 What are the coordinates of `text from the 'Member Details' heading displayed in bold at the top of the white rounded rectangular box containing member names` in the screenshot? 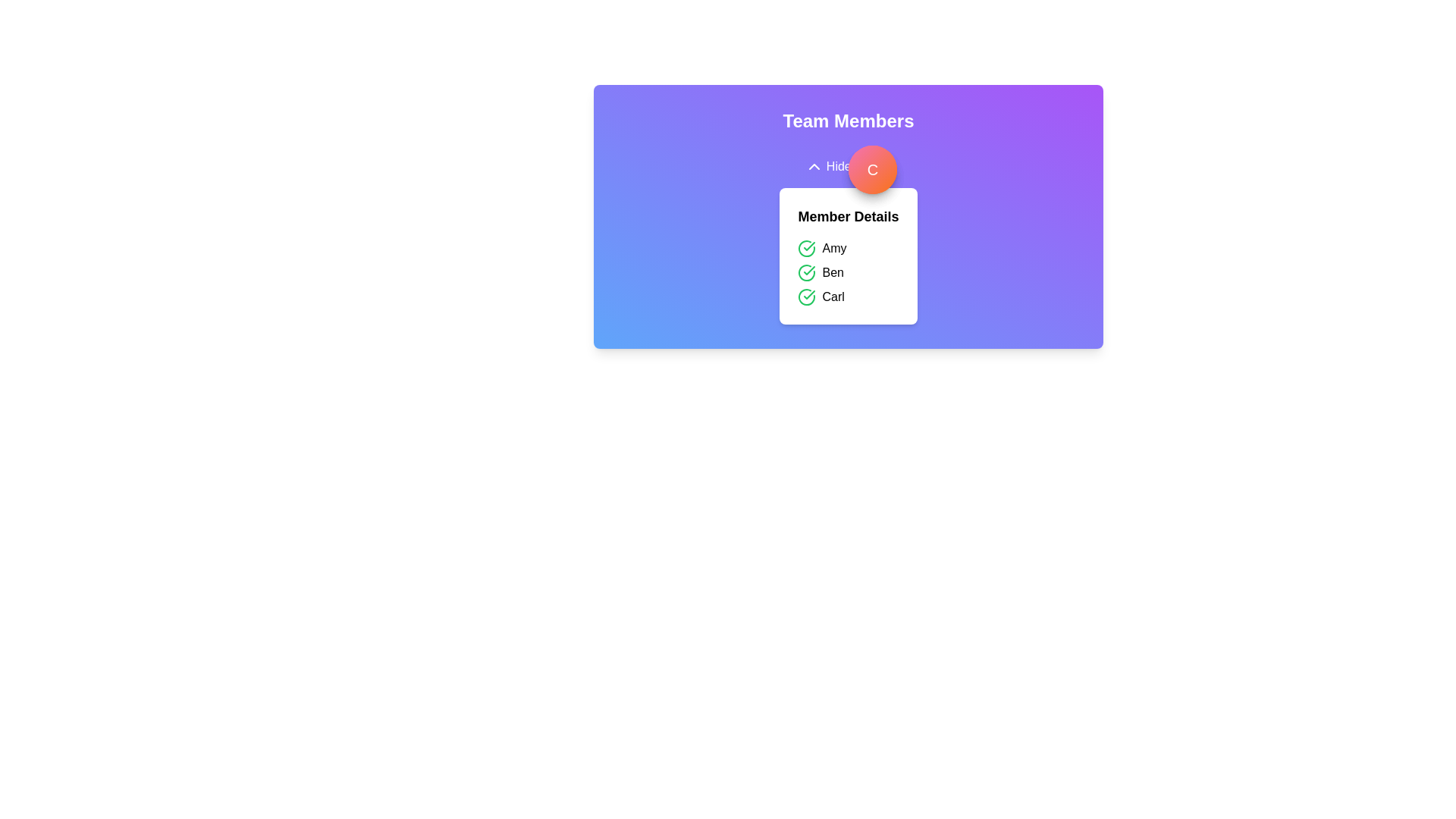 It's located at (847, 216).